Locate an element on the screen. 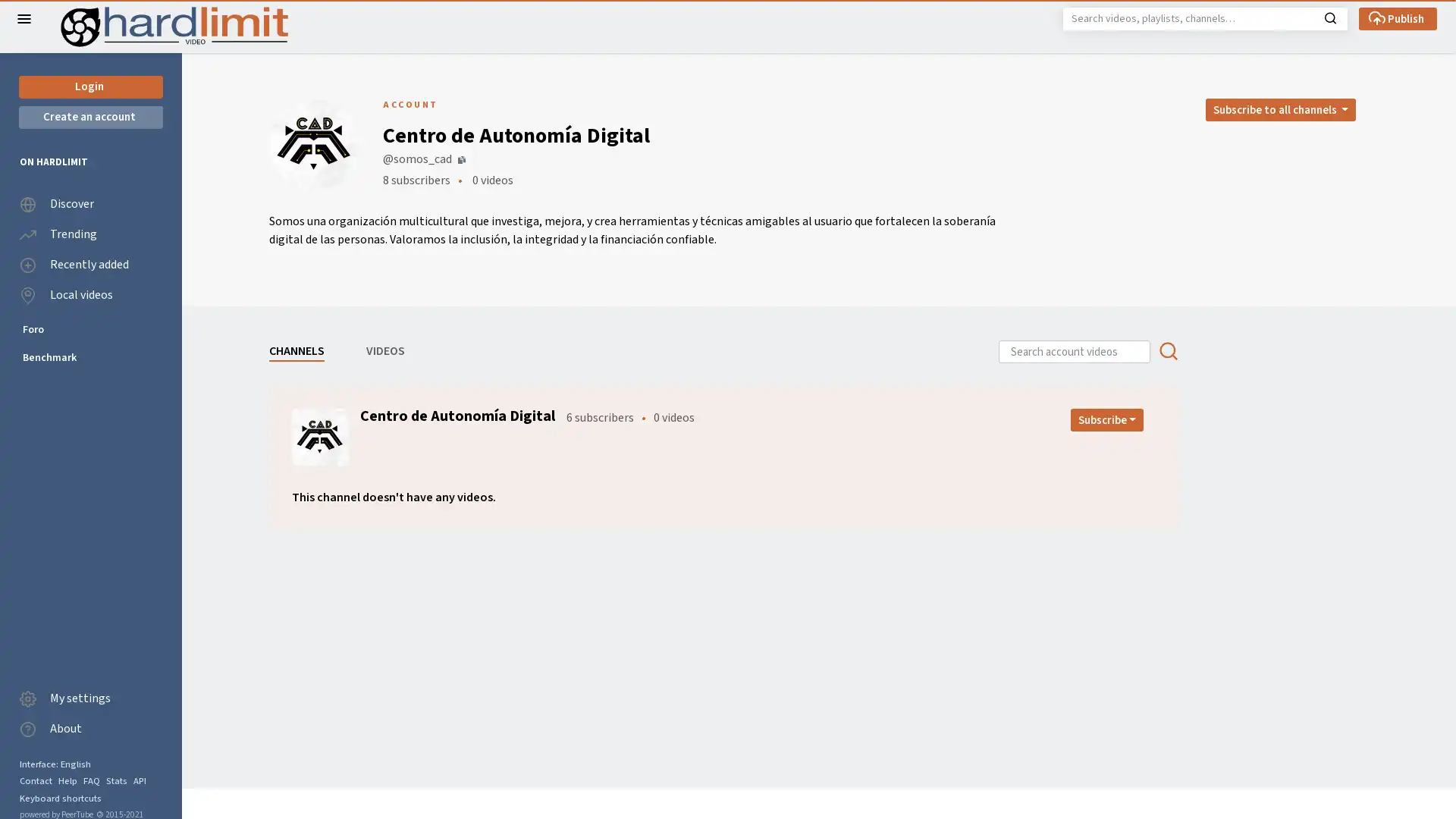  Close the left menu is located at coordinates (24, 18).